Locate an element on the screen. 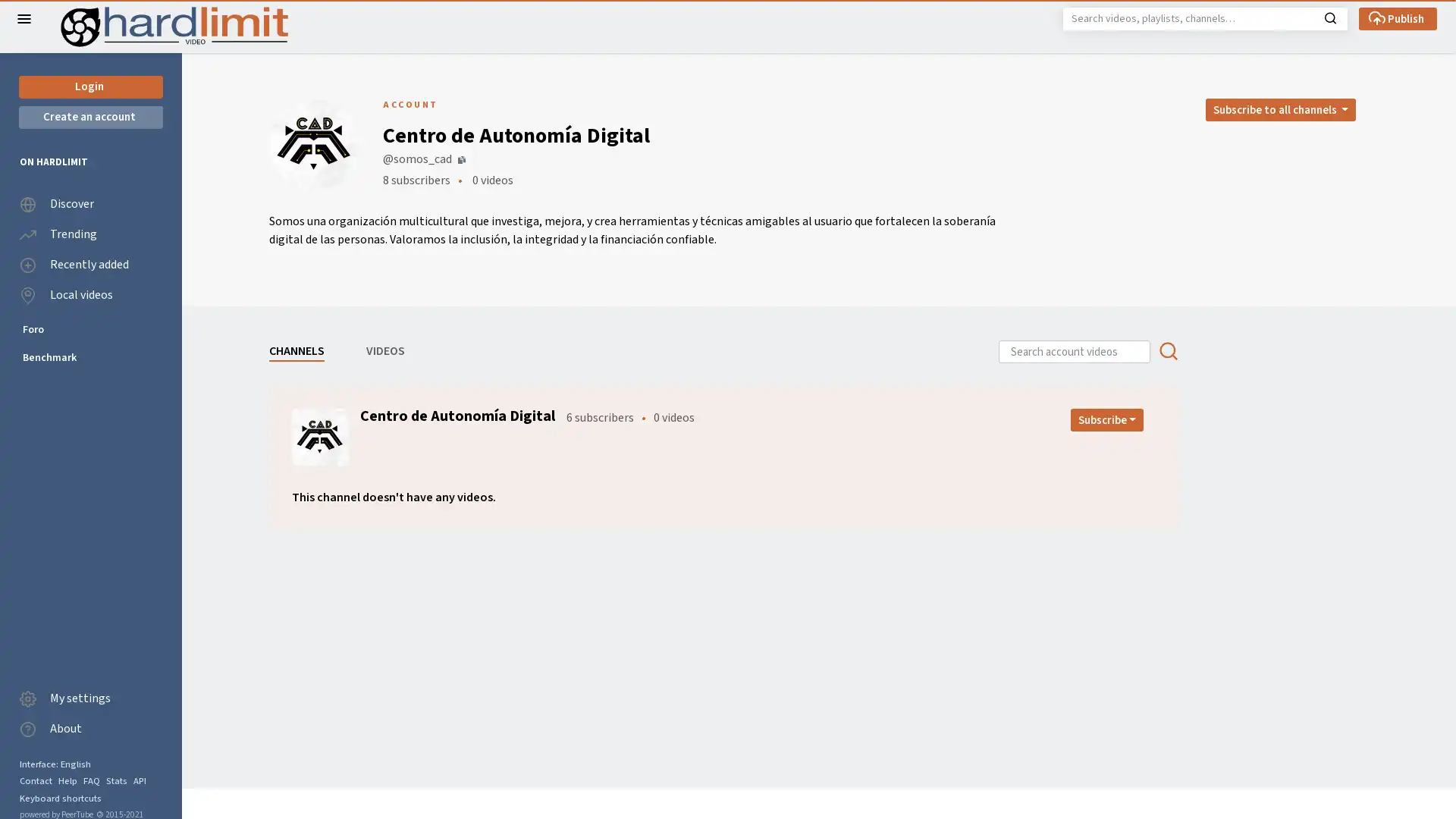  Close the left menu is located at coordinates (24, 18).